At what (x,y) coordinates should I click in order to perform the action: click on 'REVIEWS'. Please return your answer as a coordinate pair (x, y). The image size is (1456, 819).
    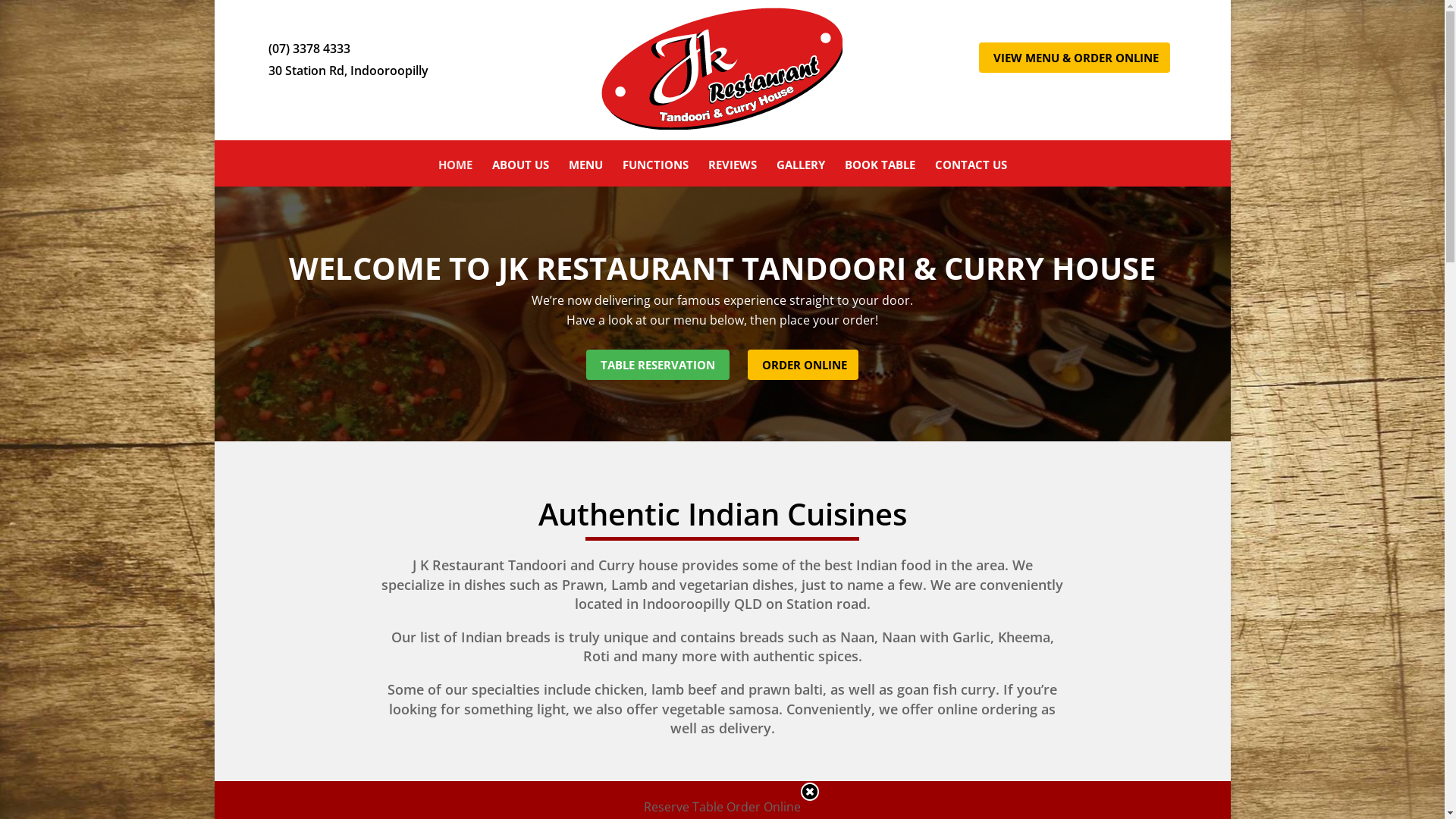
    Looking at the image, I should click on (732, 171).